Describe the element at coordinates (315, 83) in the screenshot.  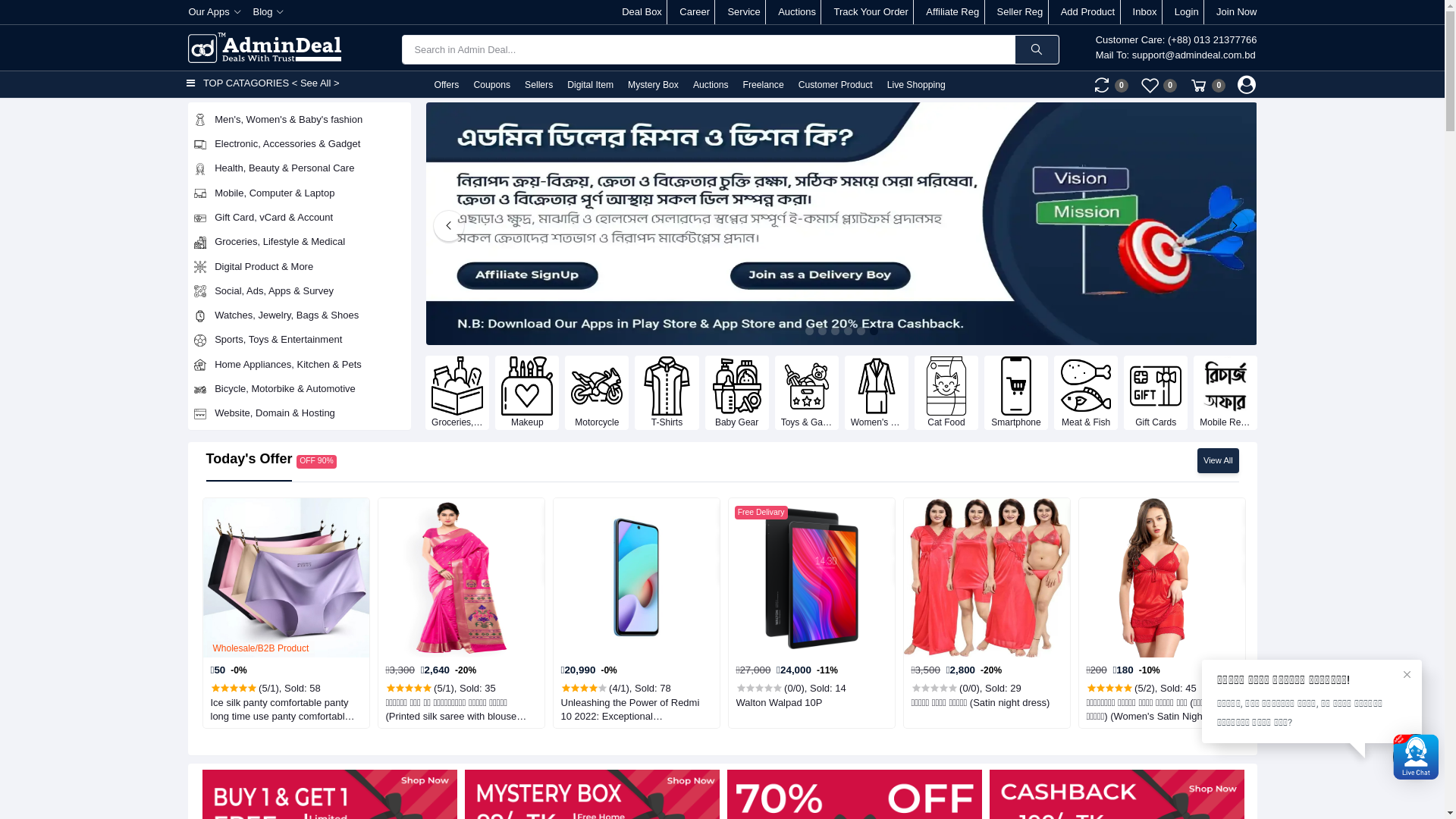
I see `'< See All >'` at that location.